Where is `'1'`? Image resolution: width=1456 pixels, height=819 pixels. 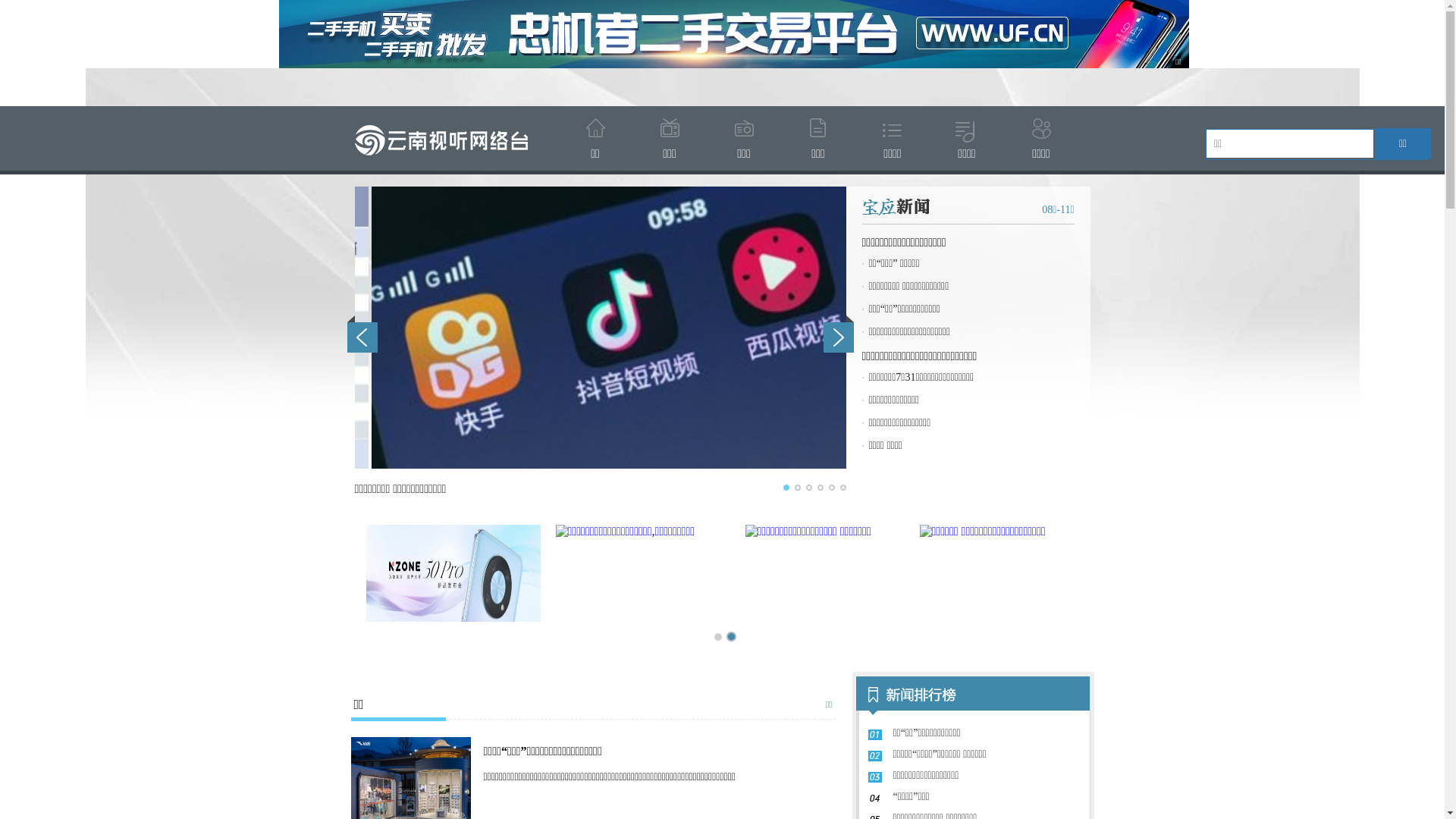
'1' is located at coordinates (786, 488).